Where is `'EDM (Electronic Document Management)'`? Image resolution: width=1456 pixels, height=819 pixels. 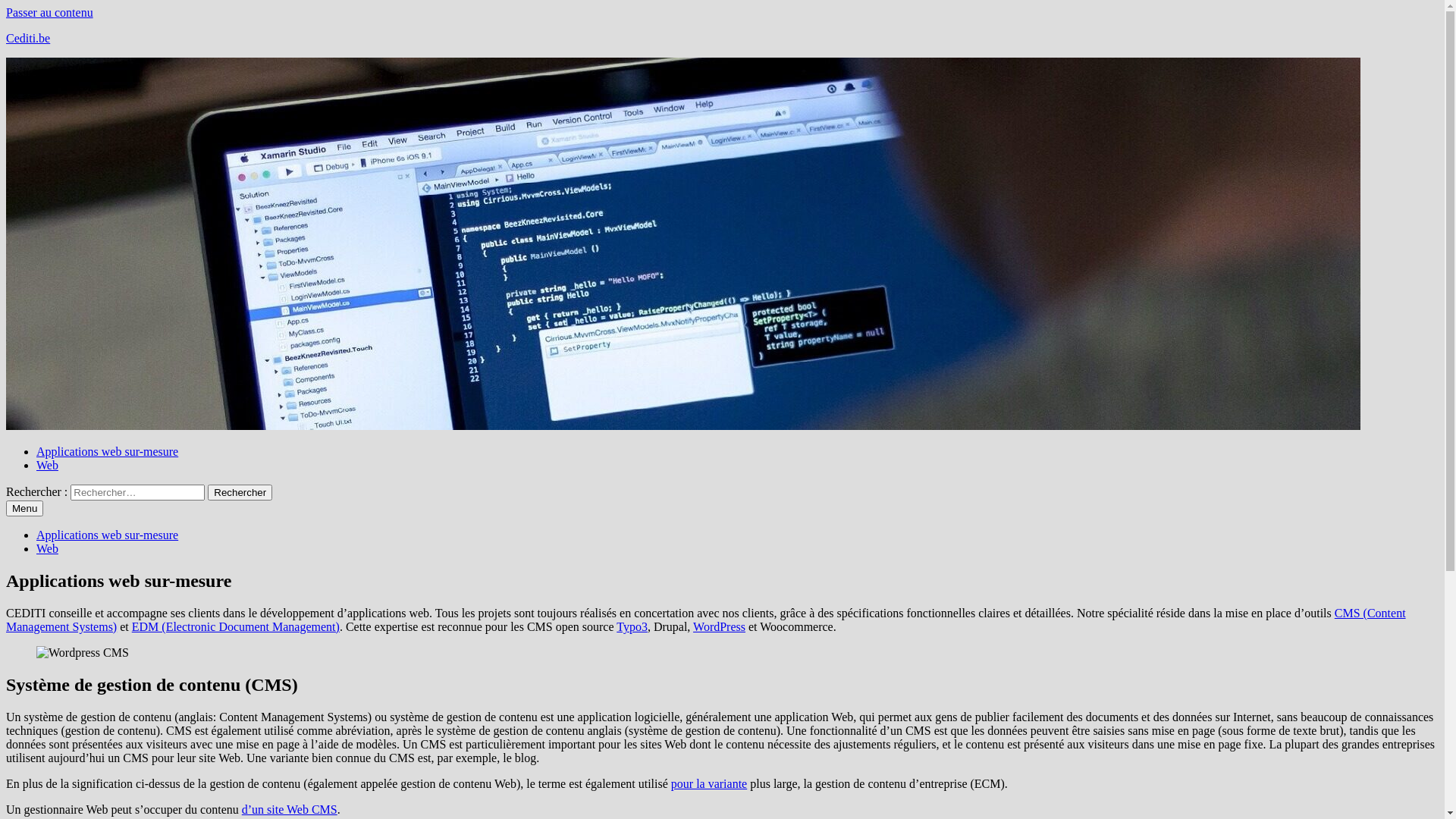
'EDM (Electronic Document Management)' is located at coordinates (235, 626).